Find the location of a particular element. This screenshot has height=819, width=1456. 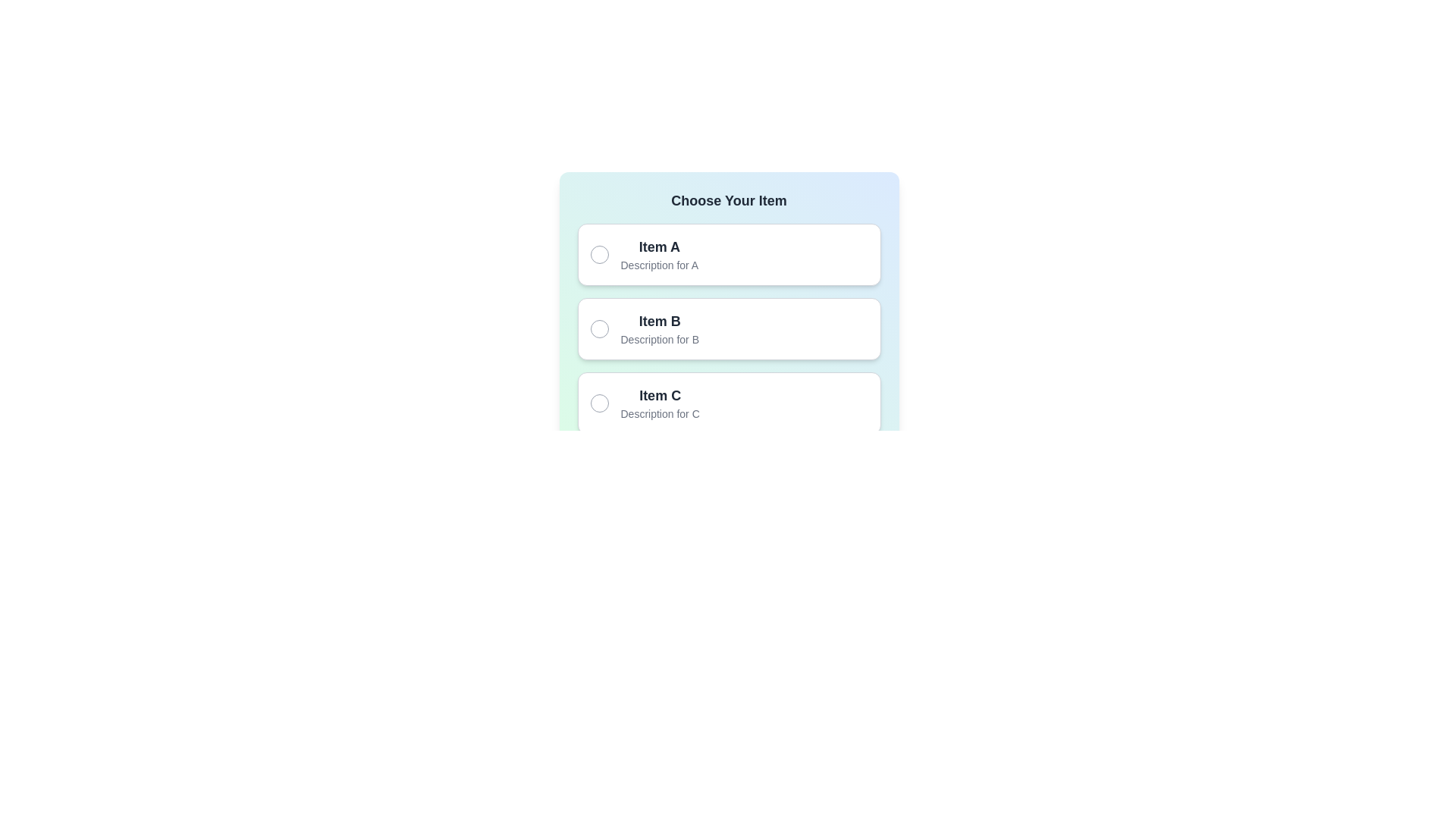

the text label displaying 'Description for C', which is styled in a smaller grayish font and located below the title 'Item C' is located at coordinates (660, 414).